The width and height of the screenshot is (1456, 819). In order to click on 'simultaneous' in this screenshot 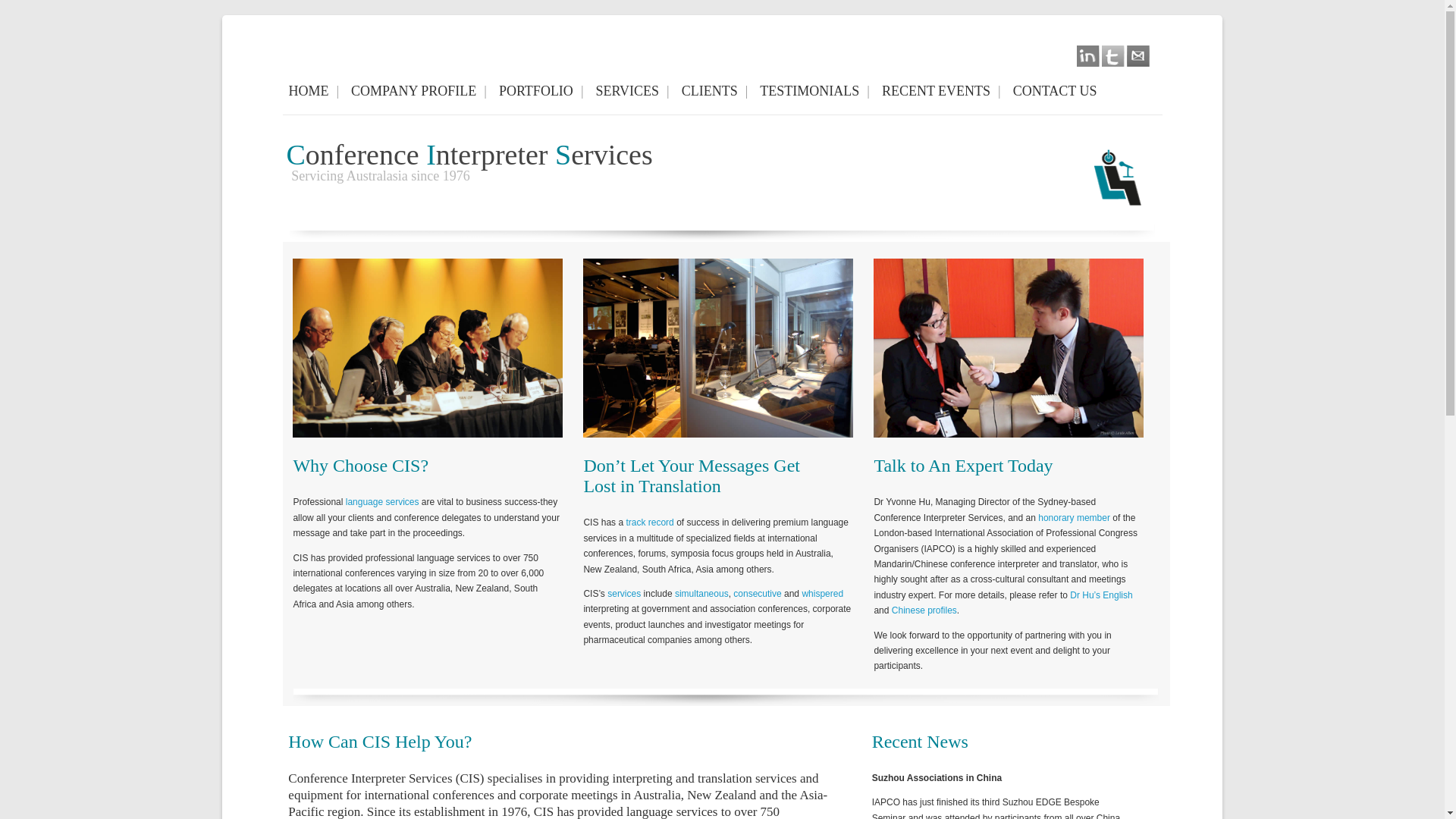, I will do `click(673, 593)`.